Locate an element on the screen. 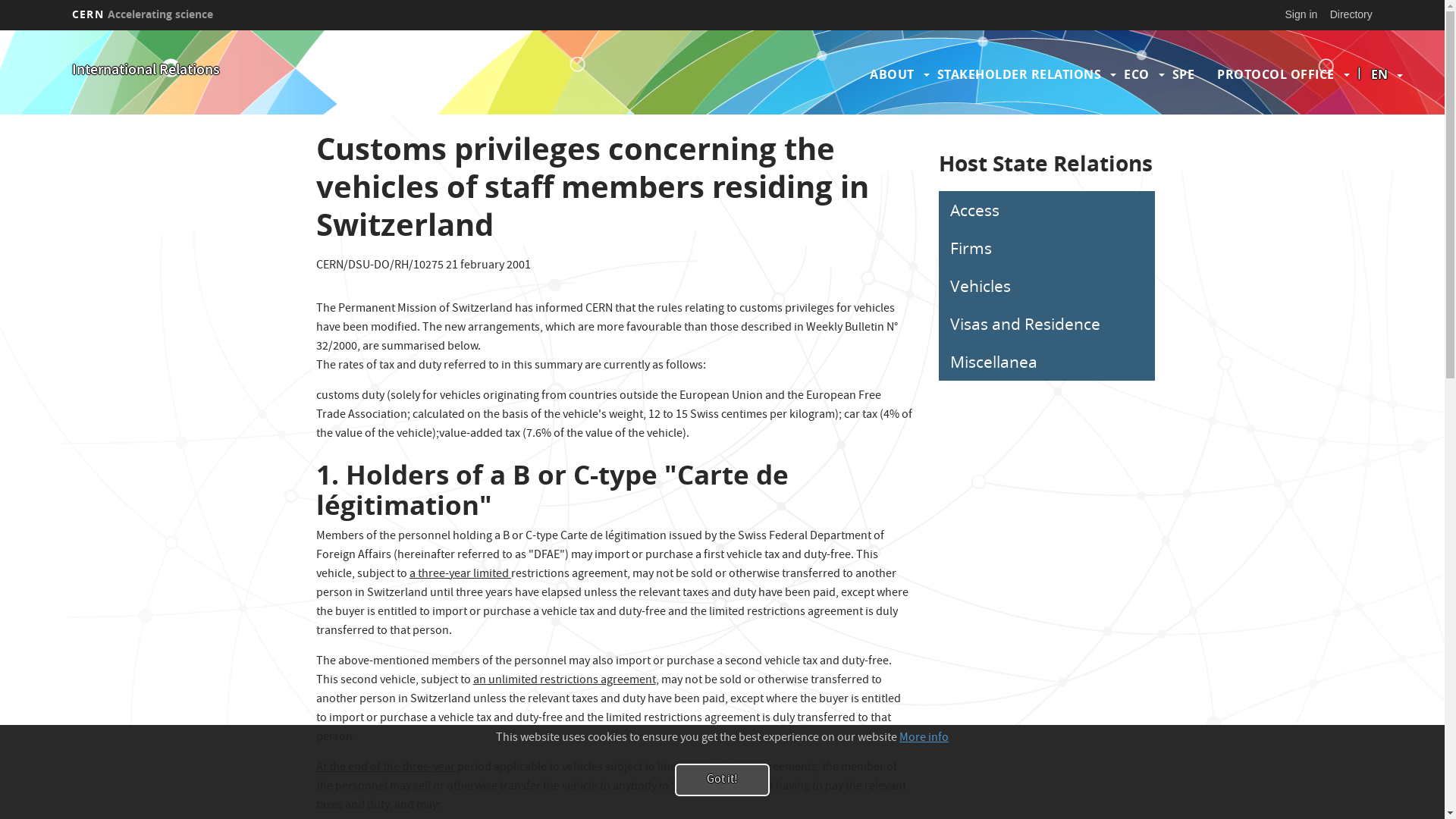  'Miscellanea' is located at coordinates (1046, 362).